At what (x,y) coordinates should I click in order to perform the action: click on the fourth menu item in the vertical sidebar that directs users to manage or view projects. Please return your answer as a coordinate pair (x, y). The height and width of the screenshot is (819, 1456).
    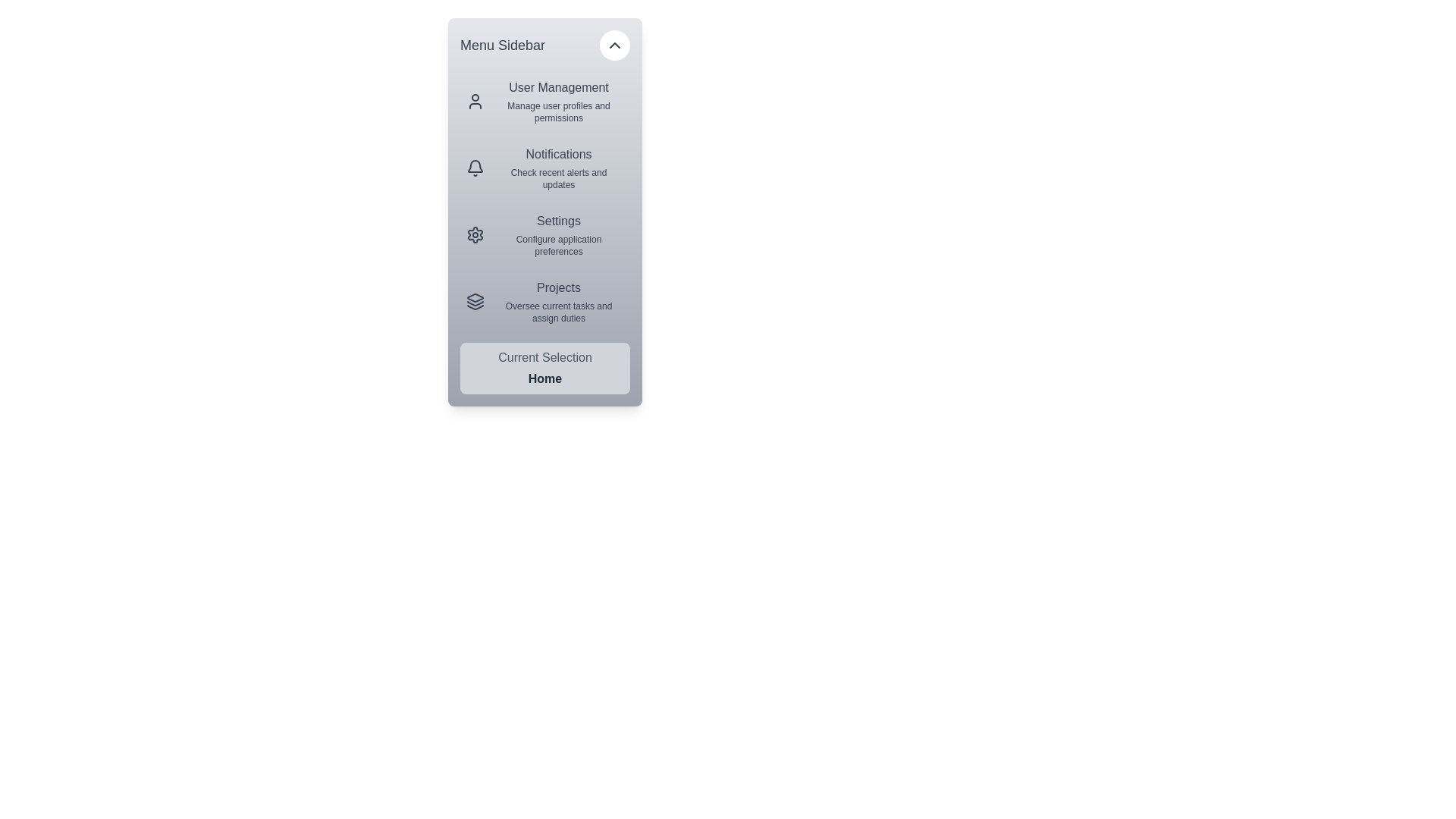
    Looking at the image, I should click on (558, 301).